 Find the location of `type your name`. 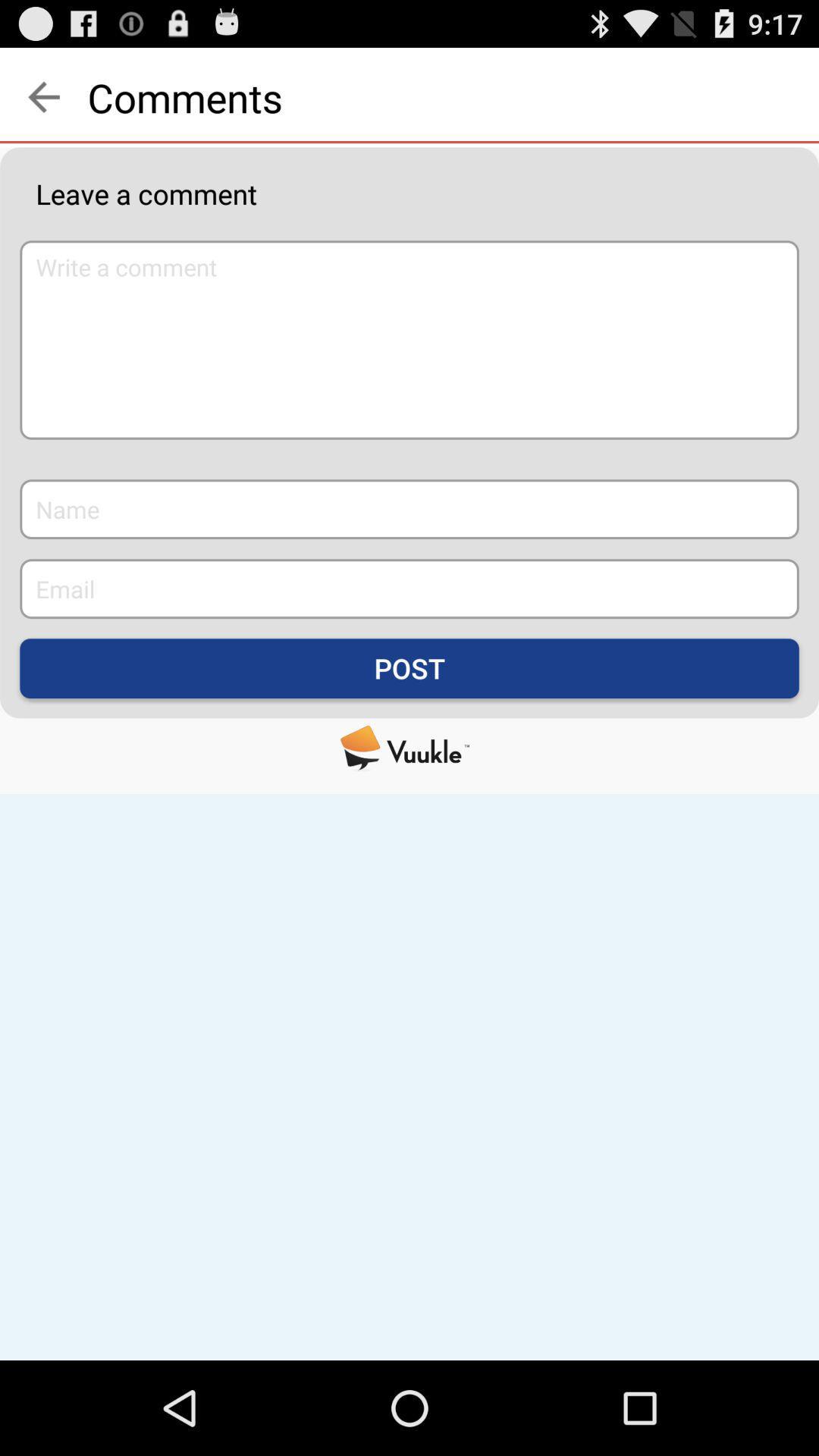

type your name is located at coordinates (409, 509).